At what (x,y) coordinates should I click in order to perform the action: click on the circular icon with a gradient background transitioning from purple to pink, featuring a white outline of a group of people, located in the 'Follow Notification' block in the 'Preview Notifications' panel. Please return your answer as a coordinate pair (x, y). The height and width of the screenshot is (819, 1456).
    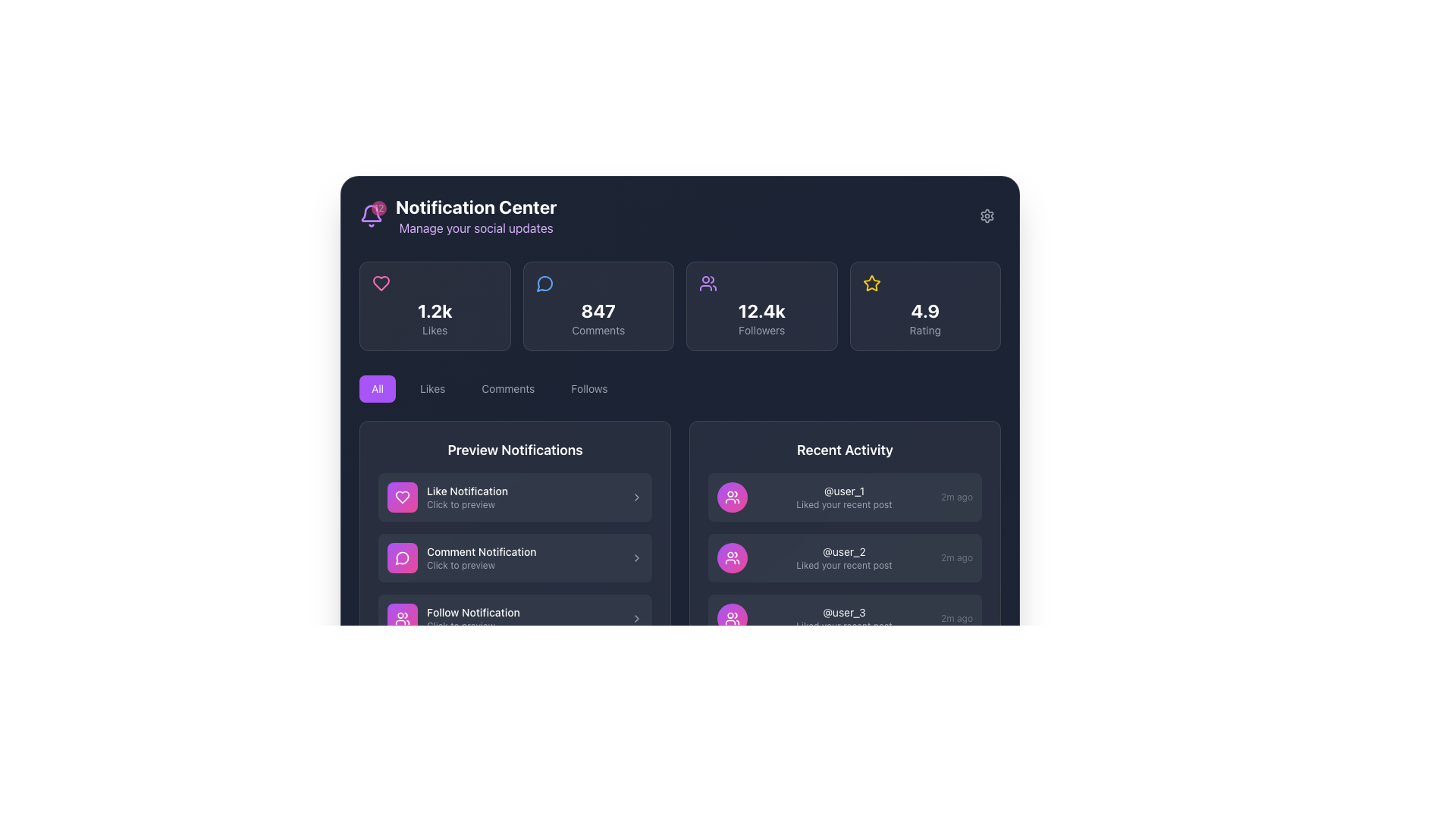
    Looking at the image, I should click on (403, 619).